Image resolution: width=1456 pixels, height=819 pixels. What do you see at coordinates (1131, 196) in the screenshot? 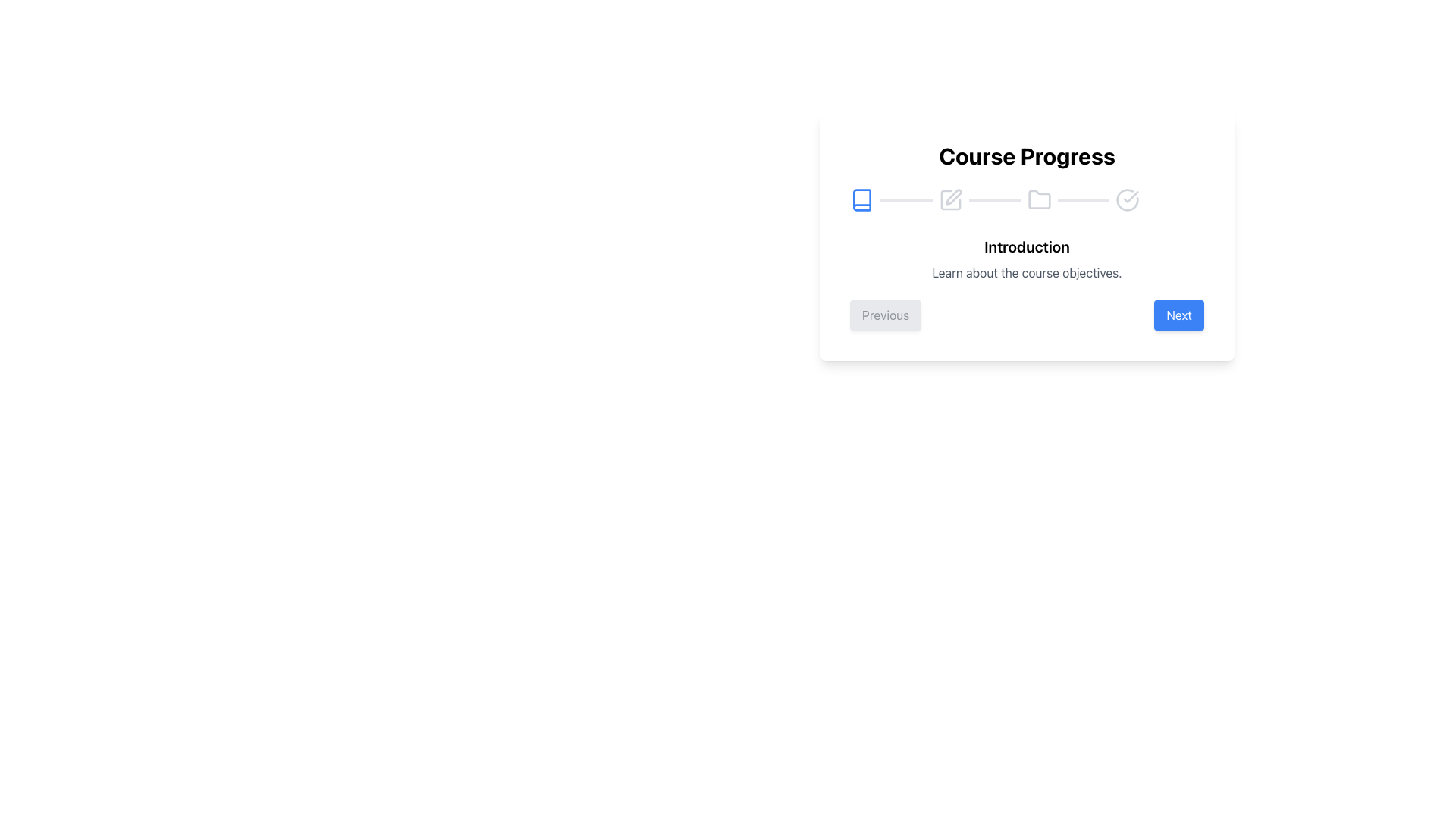
I see `the vector graphic representation of the checkmark icon indicating completion in the Course Progress section` at bounding box center [1131, 196].